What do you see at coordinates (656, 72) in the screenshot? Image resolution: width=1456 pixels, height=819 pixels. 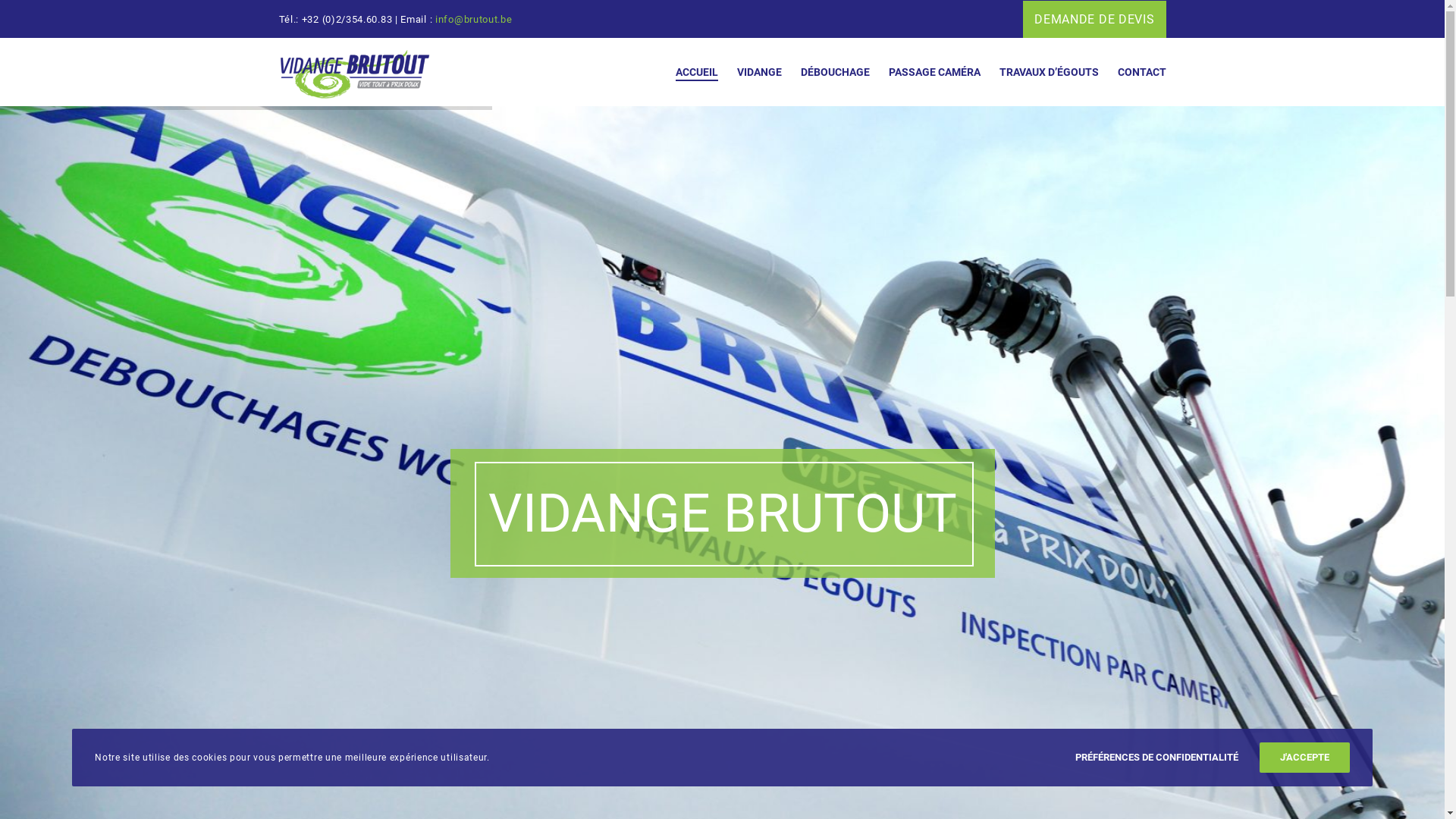 I see `'ACCUEIL'` at bounding box center [656, 72].